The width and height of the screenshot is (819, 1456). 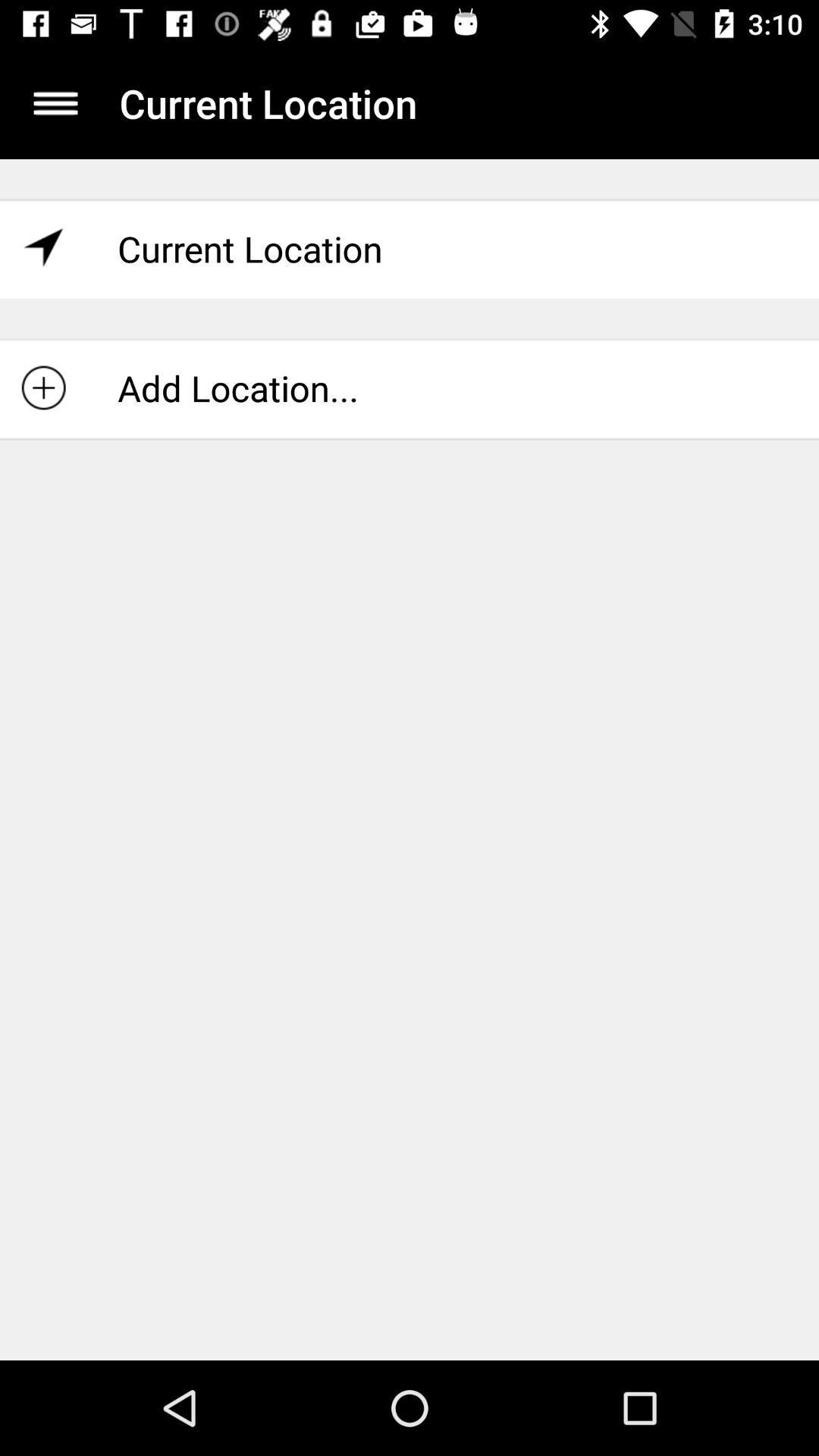 What do you see at coordinates (55, 102) in the screenshot?
I see `the menu icon` at bounding box center [55, 102].